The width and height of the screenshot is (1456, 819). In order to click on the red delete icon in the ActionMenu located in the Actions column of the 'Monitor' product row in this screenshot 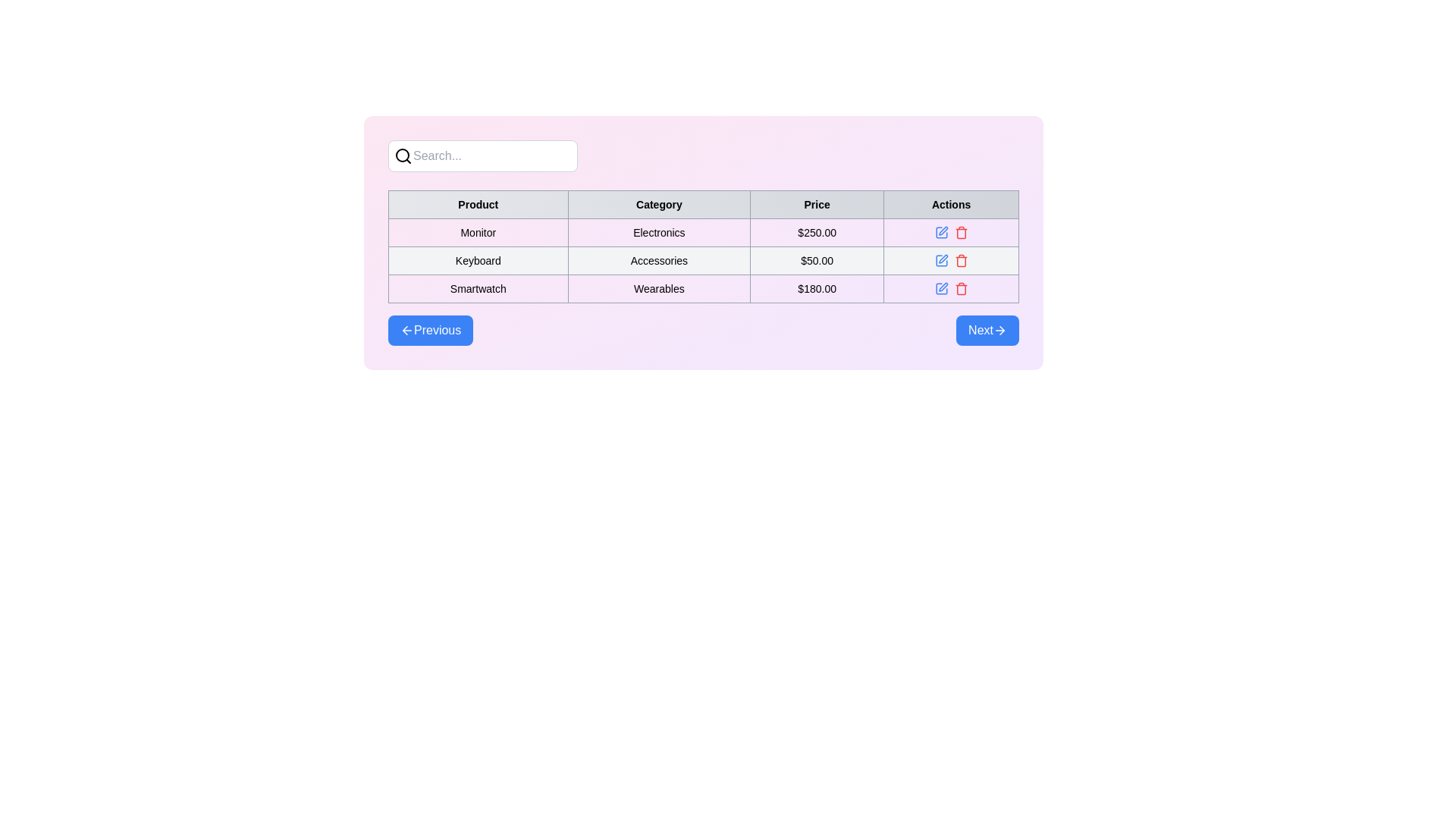, I will do `click(950, 233)`.